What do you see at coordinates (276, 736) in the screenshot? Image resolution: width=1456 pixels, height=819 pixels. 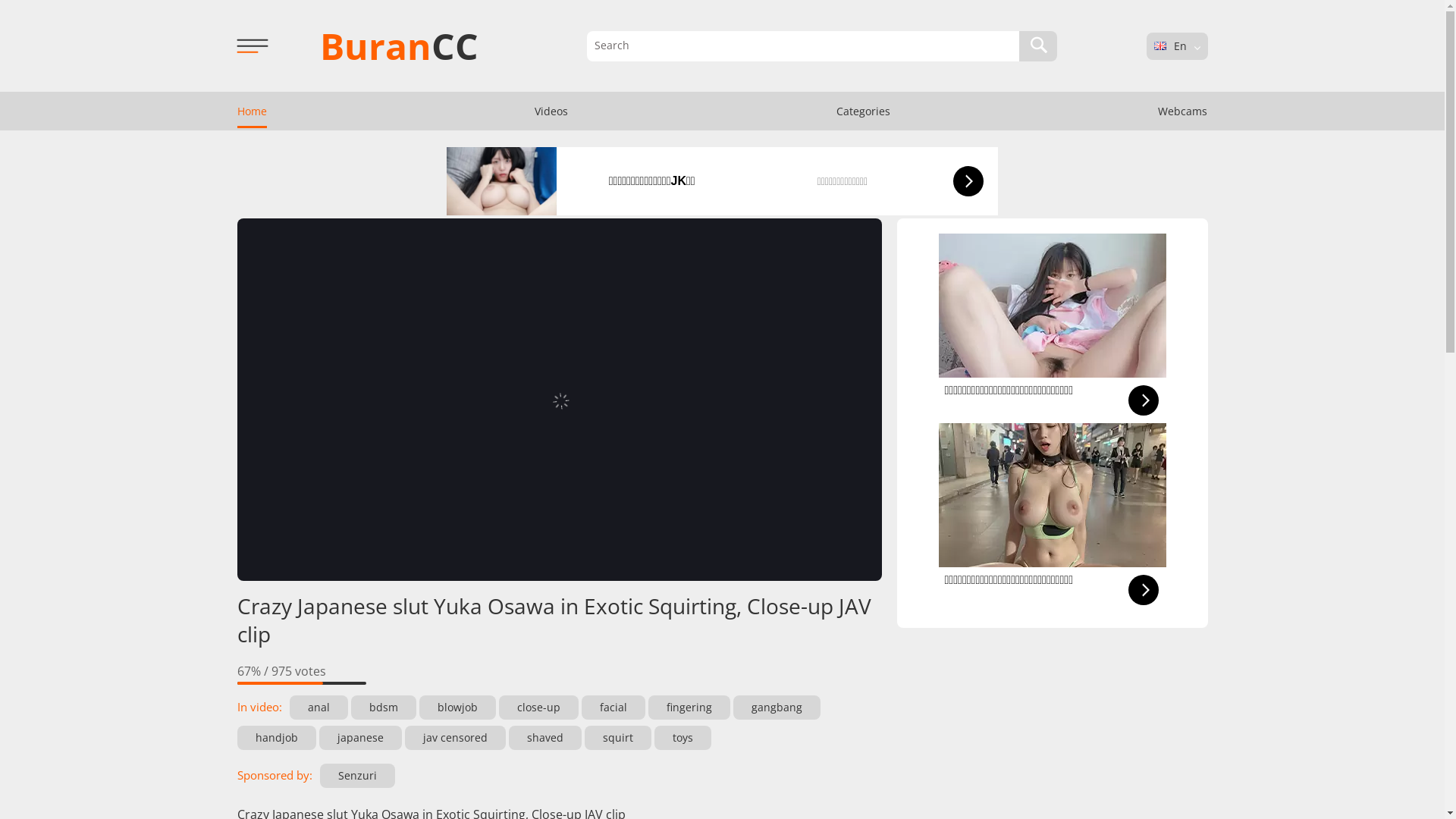 I see `'handjob'` at bounding box center [276, 736].